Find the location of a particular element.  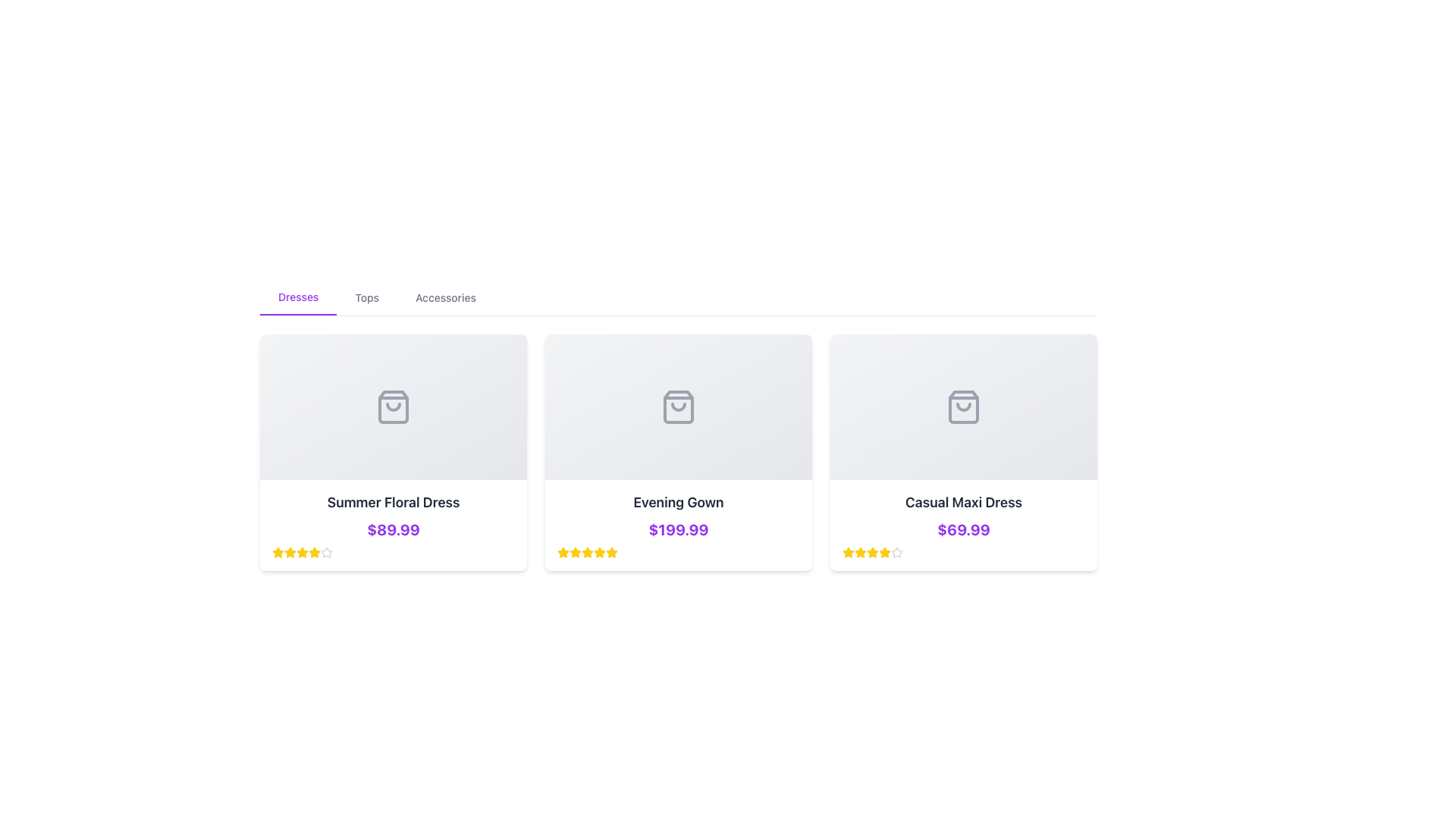

the main body section of the shopping bag icon, which is displayed in light gray and is part of the card layout for the 'Summer Floral Dress' item is located at coordinates (393, 406).